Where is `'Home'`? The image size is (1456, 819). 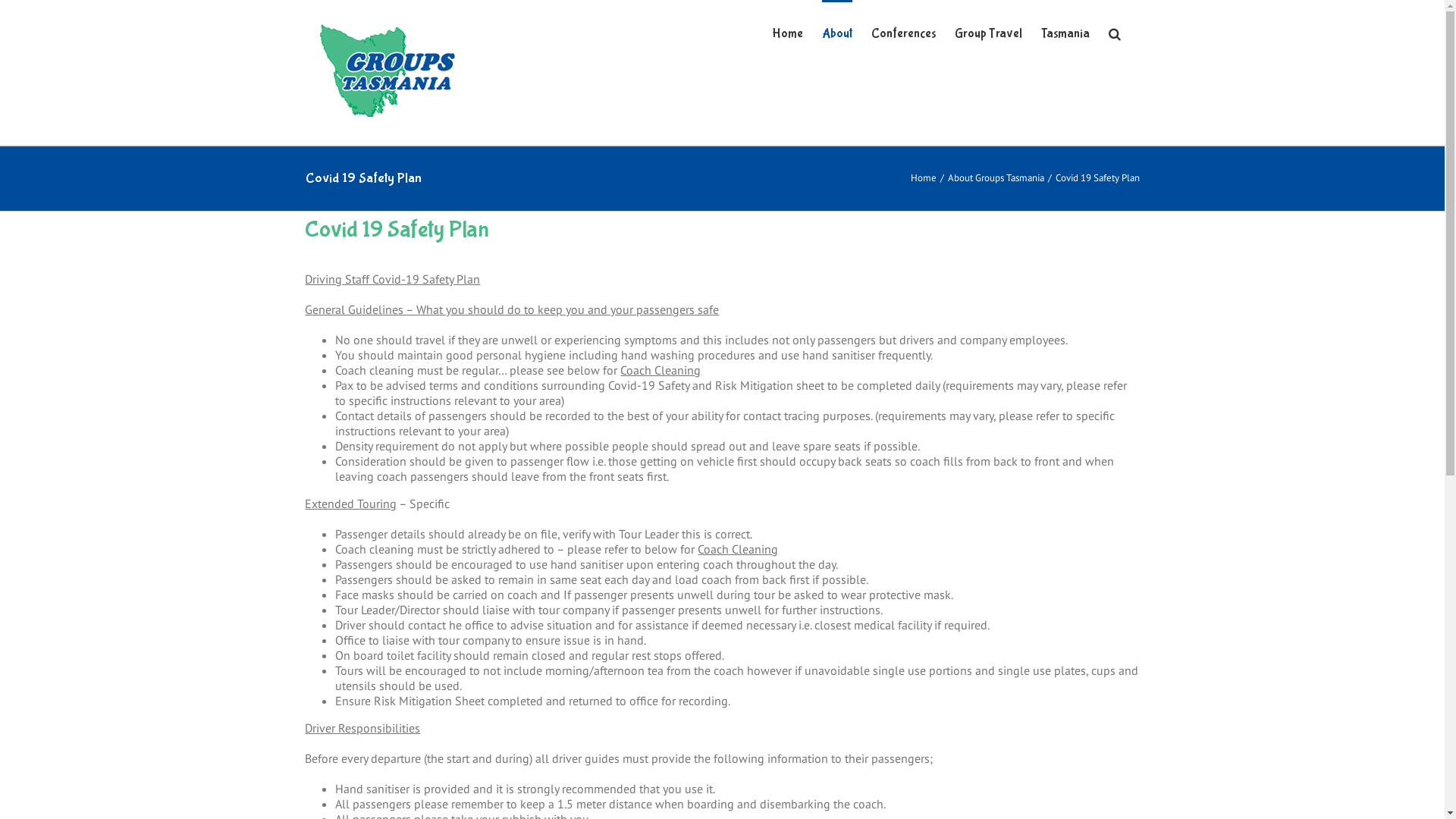 'Home' is located at coordinates (910, 177).